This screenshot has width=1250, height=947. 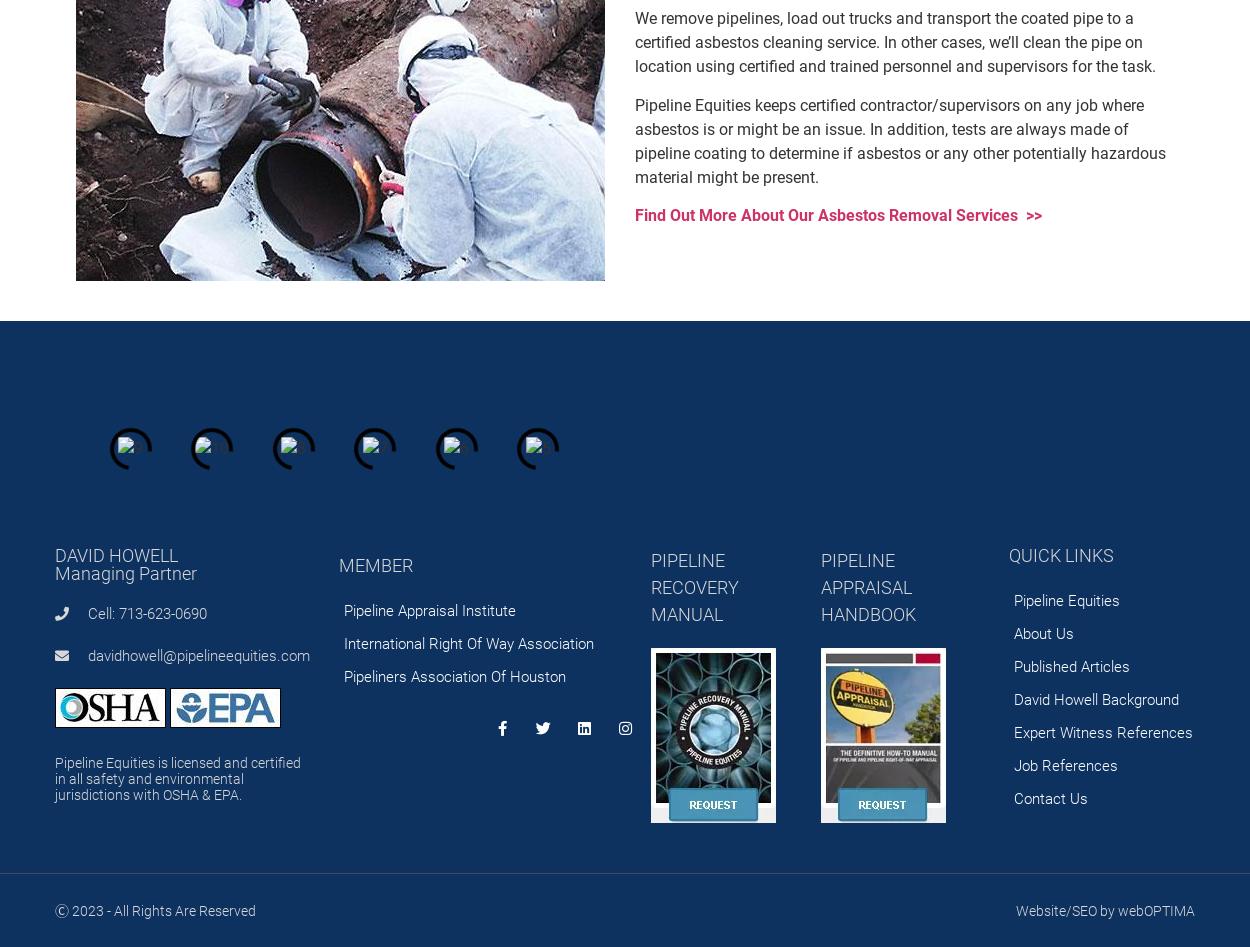 I want to click on 'Expert Witness References', so click(x=1102, y=731).